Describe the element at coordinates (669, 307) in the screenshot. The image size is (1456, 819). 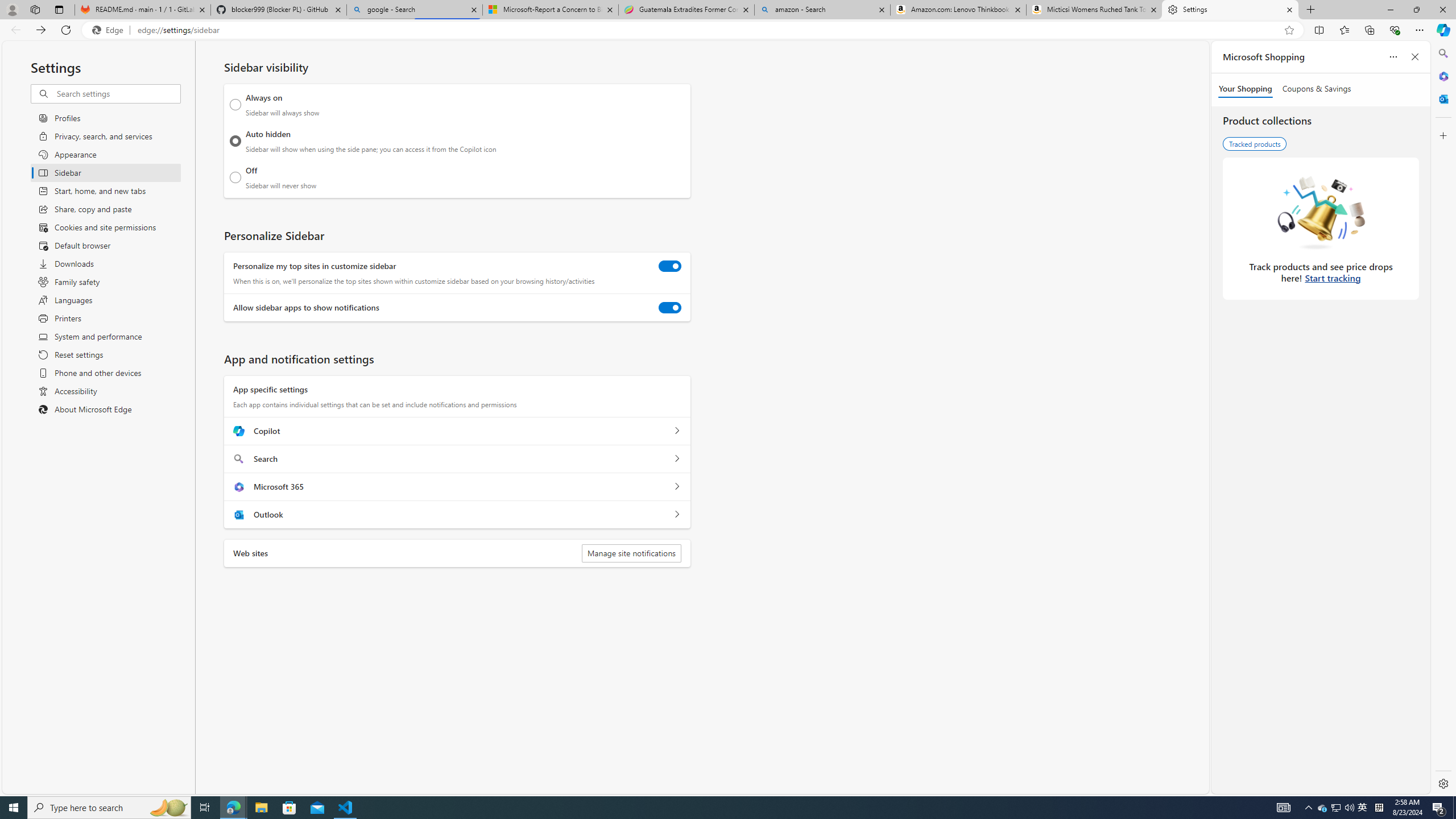
I see `'Allow sidebar apps to show notifications'` at that location.